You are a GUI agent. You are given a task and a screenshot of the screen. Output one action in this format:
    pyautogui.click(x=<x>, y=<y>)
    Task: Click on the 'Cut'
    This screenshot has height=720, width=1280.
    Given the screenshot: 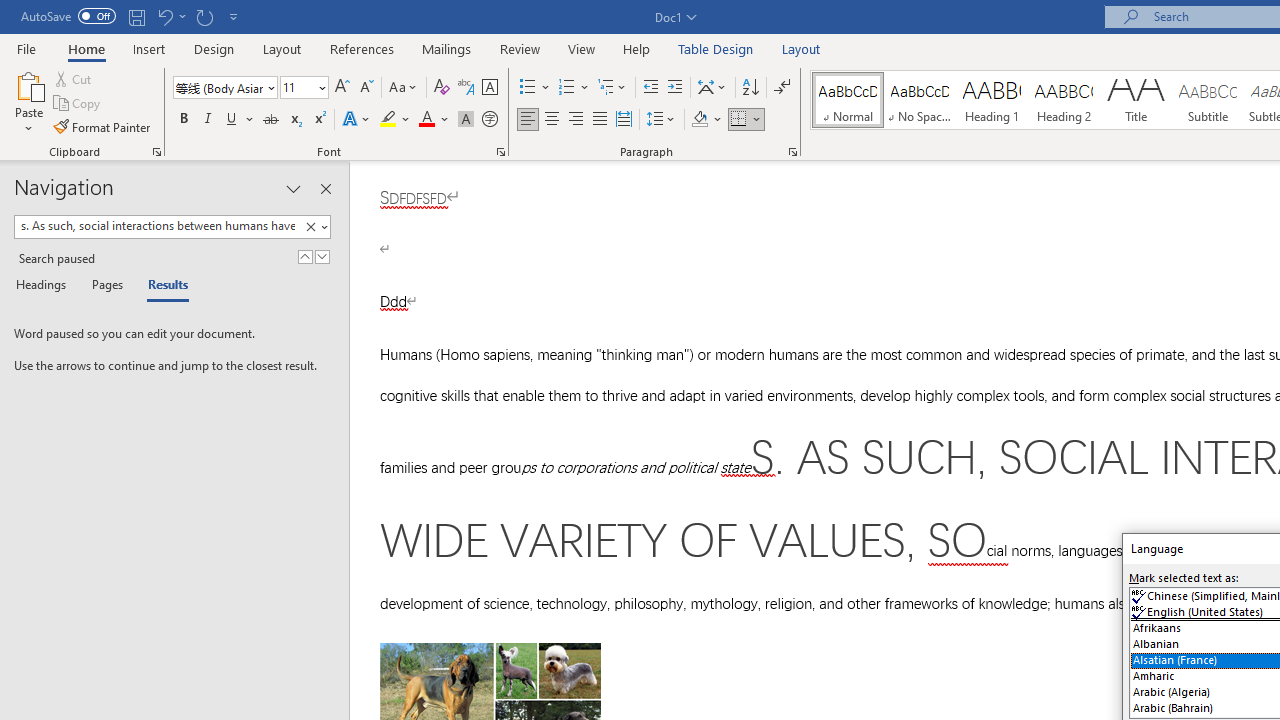 What is the action you would take?
    pyautogui.click(x=74, y=78)
    